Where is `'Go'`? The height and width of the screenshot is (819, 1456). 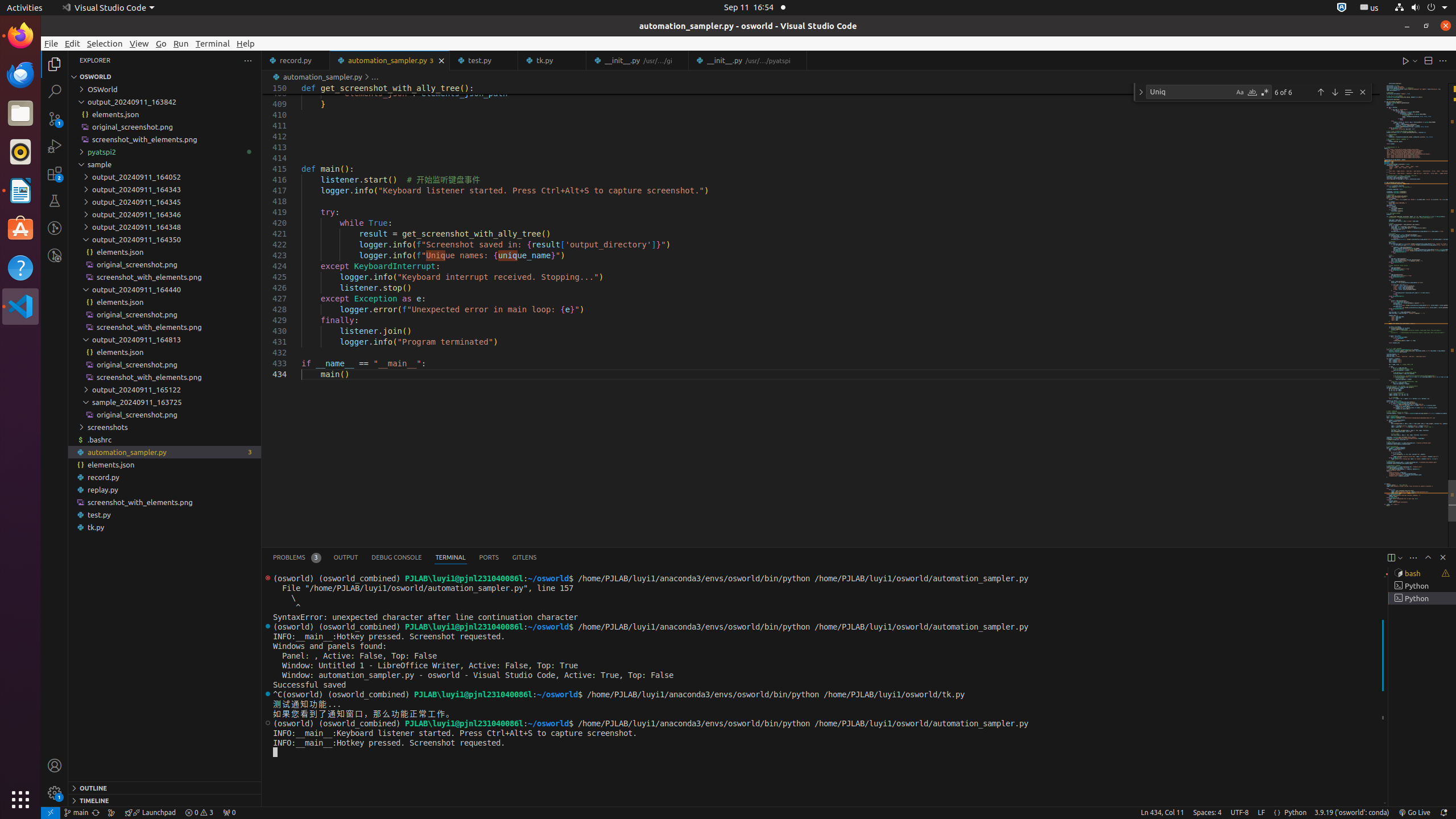 'Go' is located at coordinates (160, 43).